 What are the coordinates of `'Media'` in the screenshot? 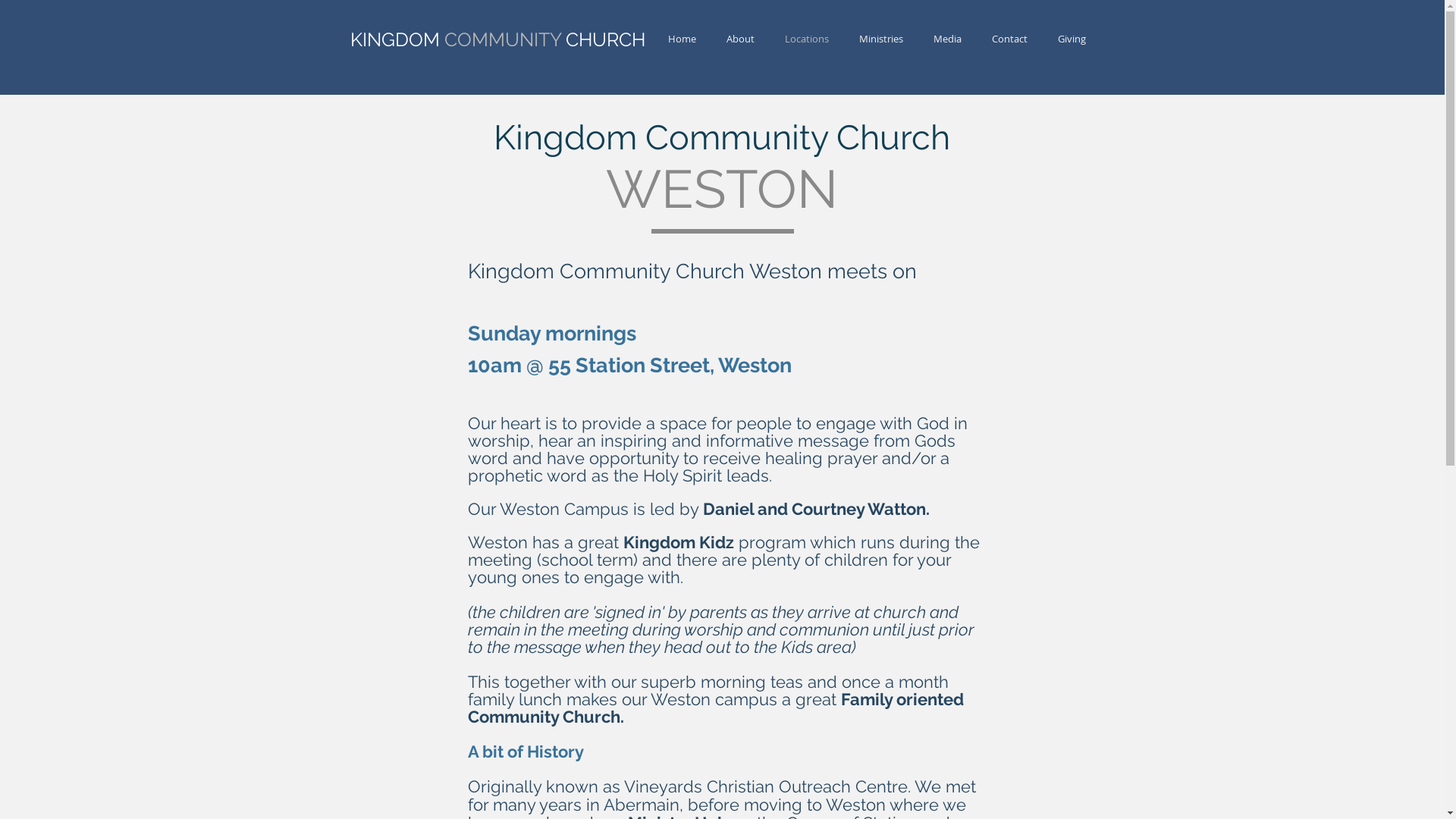 It's located at (946, 38).